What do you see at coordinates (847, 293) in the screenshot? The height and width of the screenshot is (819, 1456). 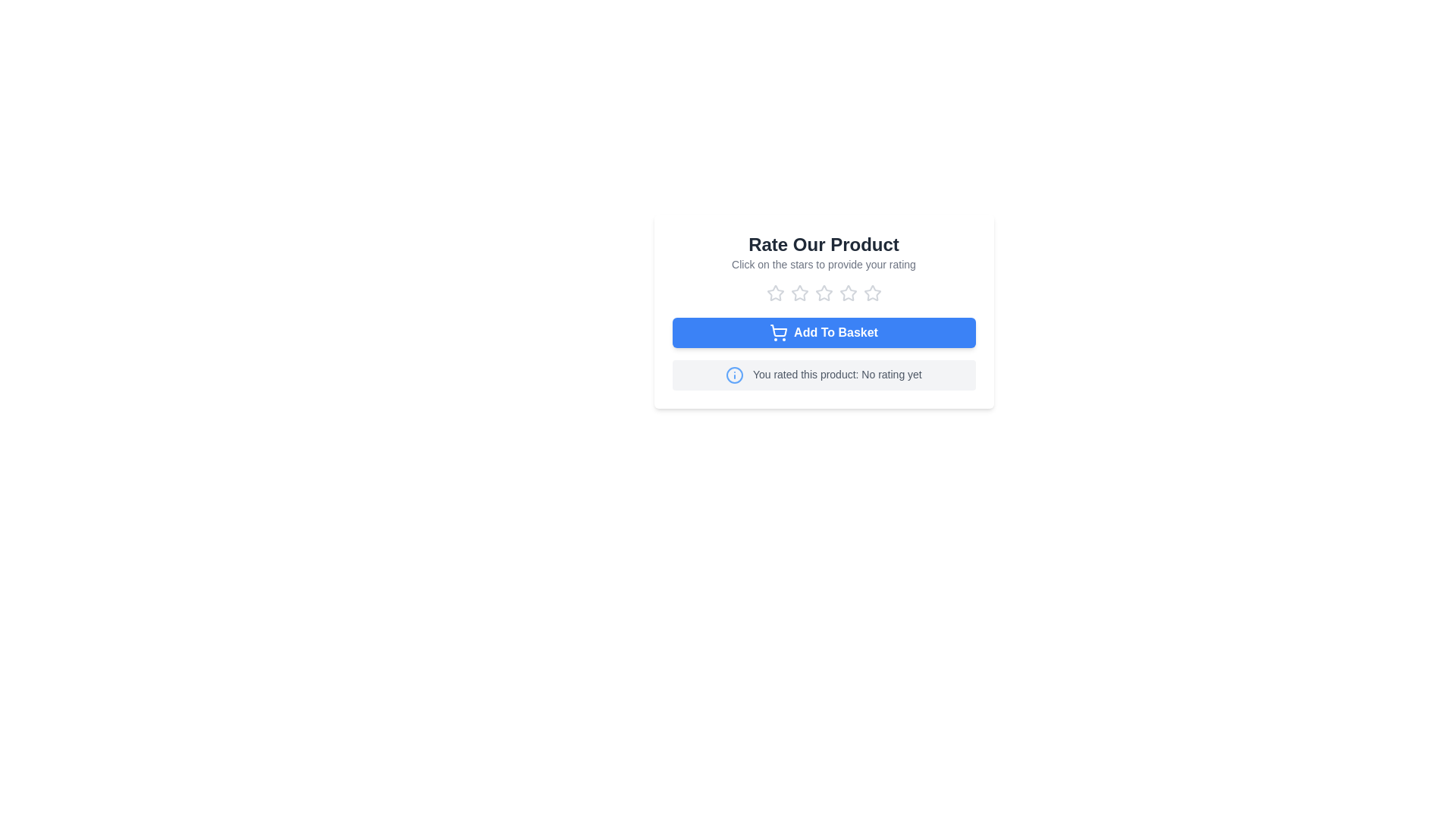 I see `the third star in the rating selection` at bounding box center [847, 293].